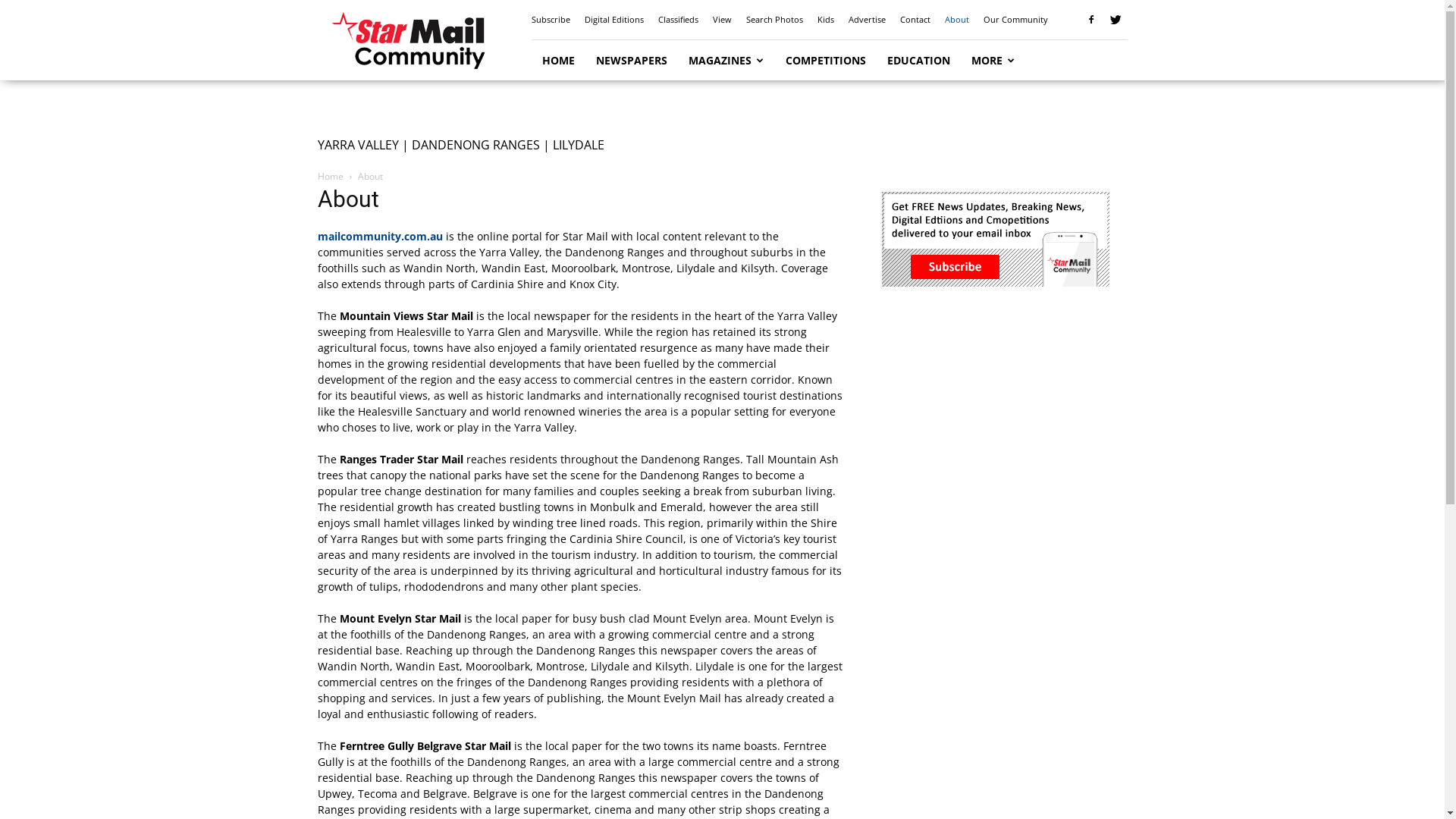 The image size is (1456, 819). What do you see at coordinates (1090, 20) in the screenshot?
I see `'Facebook'` at bounding box center [1090, 20].